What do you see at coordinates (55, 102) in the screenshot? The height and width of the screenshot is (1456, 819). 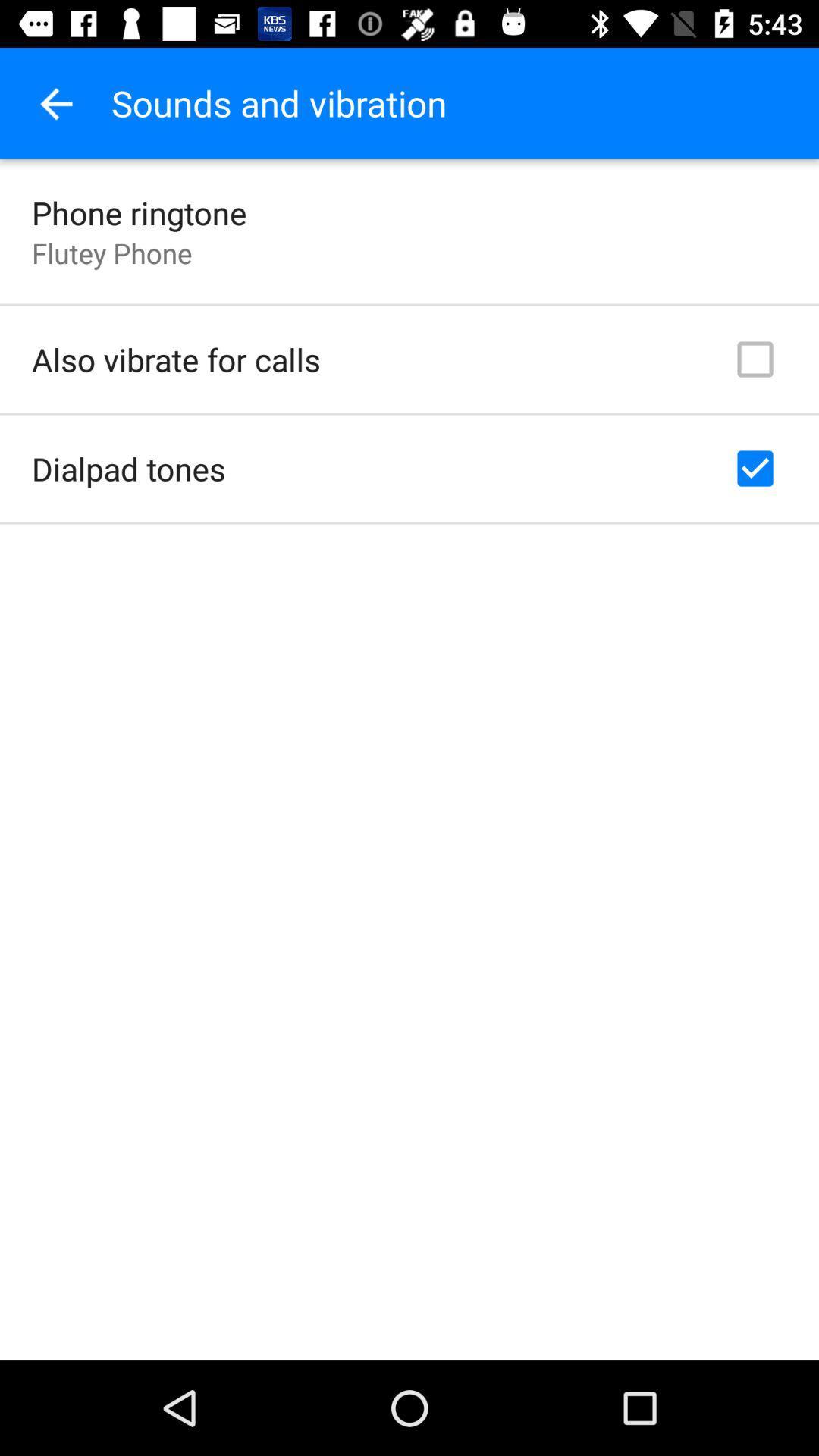 I see `the icon to the left of the sounds and vibration icon` at bounding box center [55, 102].